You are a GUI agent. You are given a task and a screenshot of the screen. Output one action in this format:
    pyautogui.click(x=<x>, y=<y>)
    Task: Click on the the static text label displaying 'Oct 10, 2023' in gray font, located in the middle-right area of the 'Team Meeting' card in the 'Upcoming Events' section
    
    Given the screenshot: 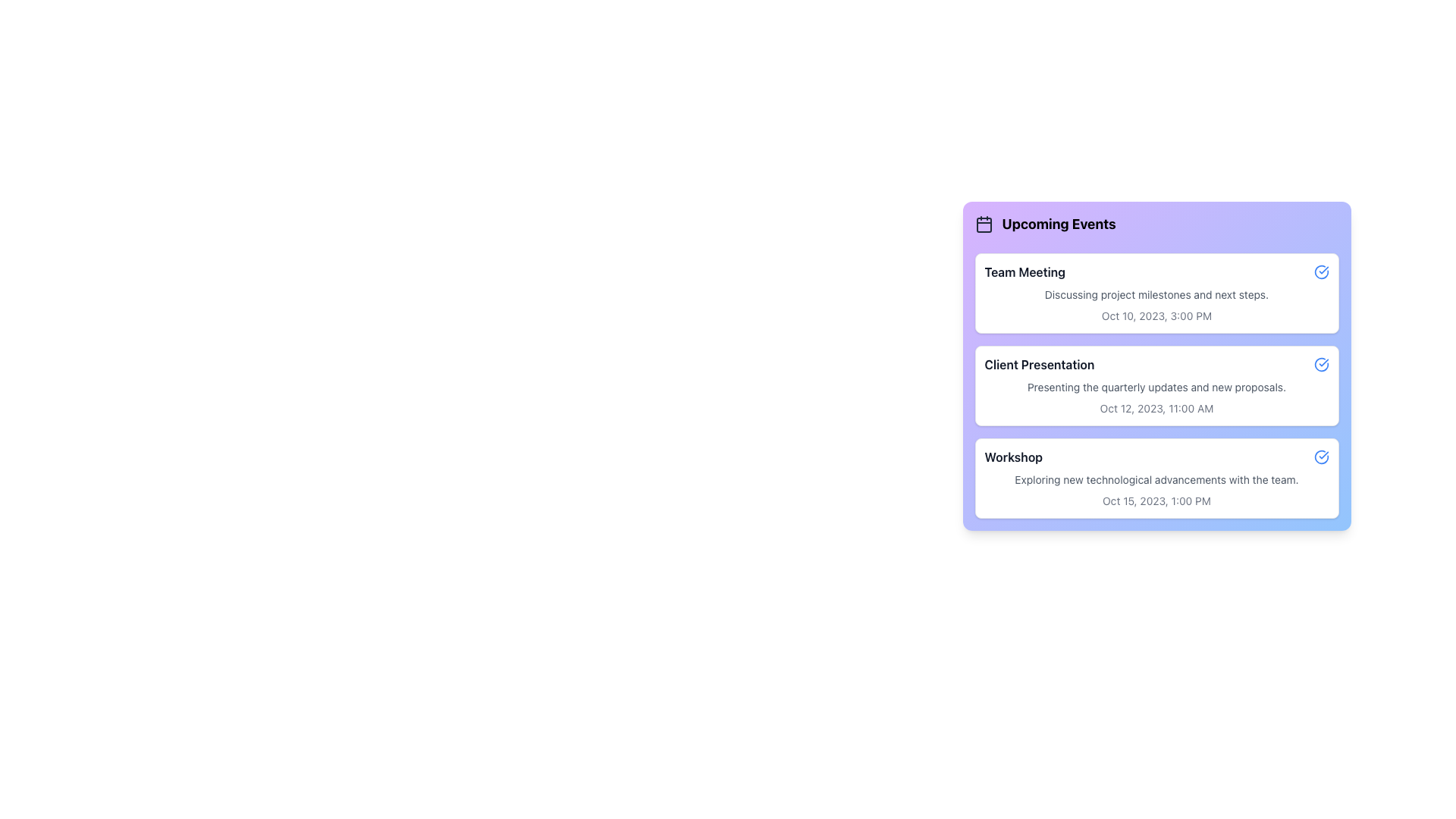 What is the action you would take?
    pyautogui.click(x=1133, y=315)
    